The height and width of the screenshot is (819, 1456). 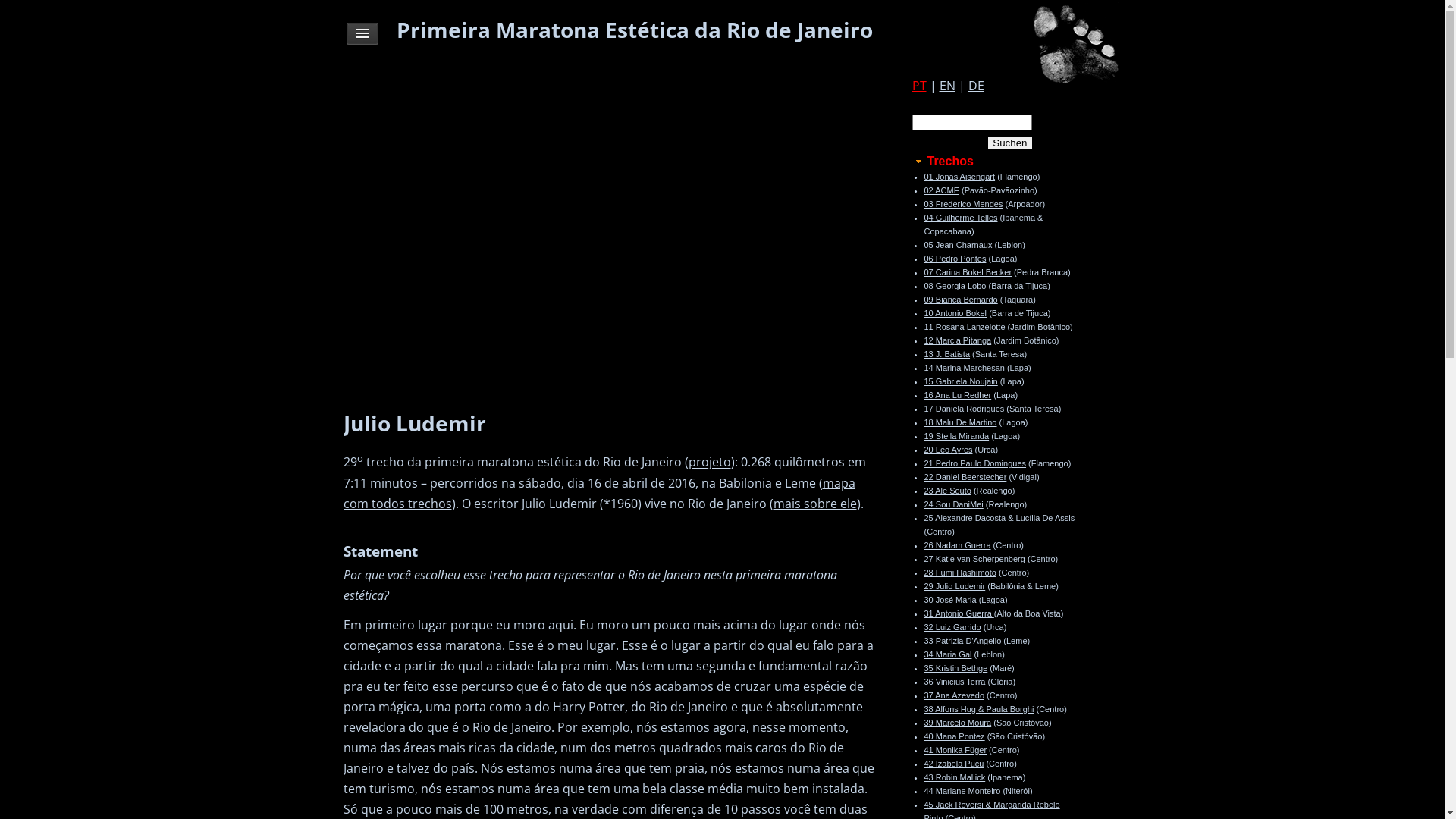 What do you see at coordinates (952, 504) in the screenshot?
I see `'24 Sou DaniMei'` at bounding box center [952, 504].